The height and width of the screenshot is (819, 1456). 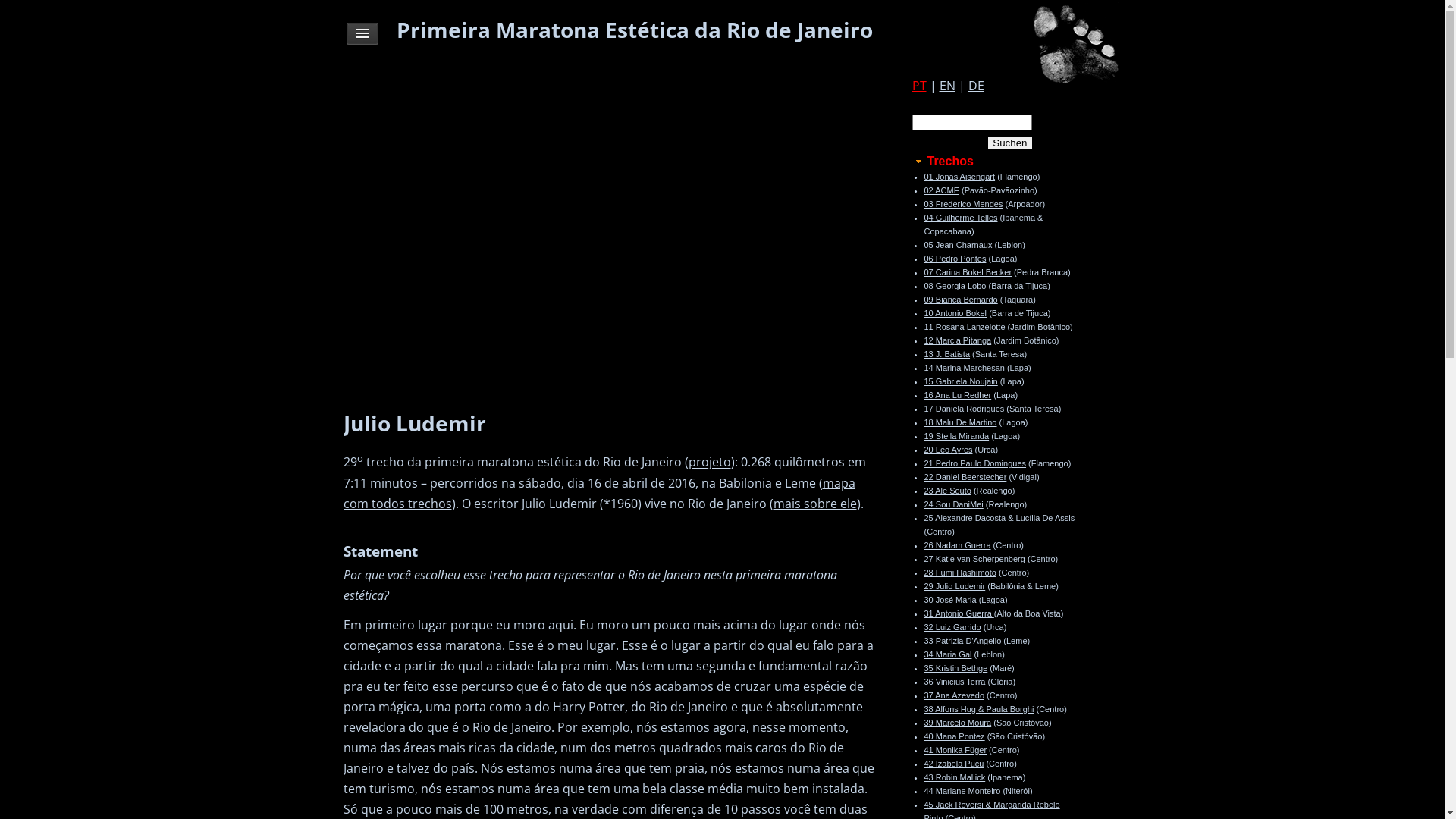 What do you see at coordinates (952, 504) in the screenshot?
I see `'24 Sou DaniMei'` at bounding box center [952, 504].